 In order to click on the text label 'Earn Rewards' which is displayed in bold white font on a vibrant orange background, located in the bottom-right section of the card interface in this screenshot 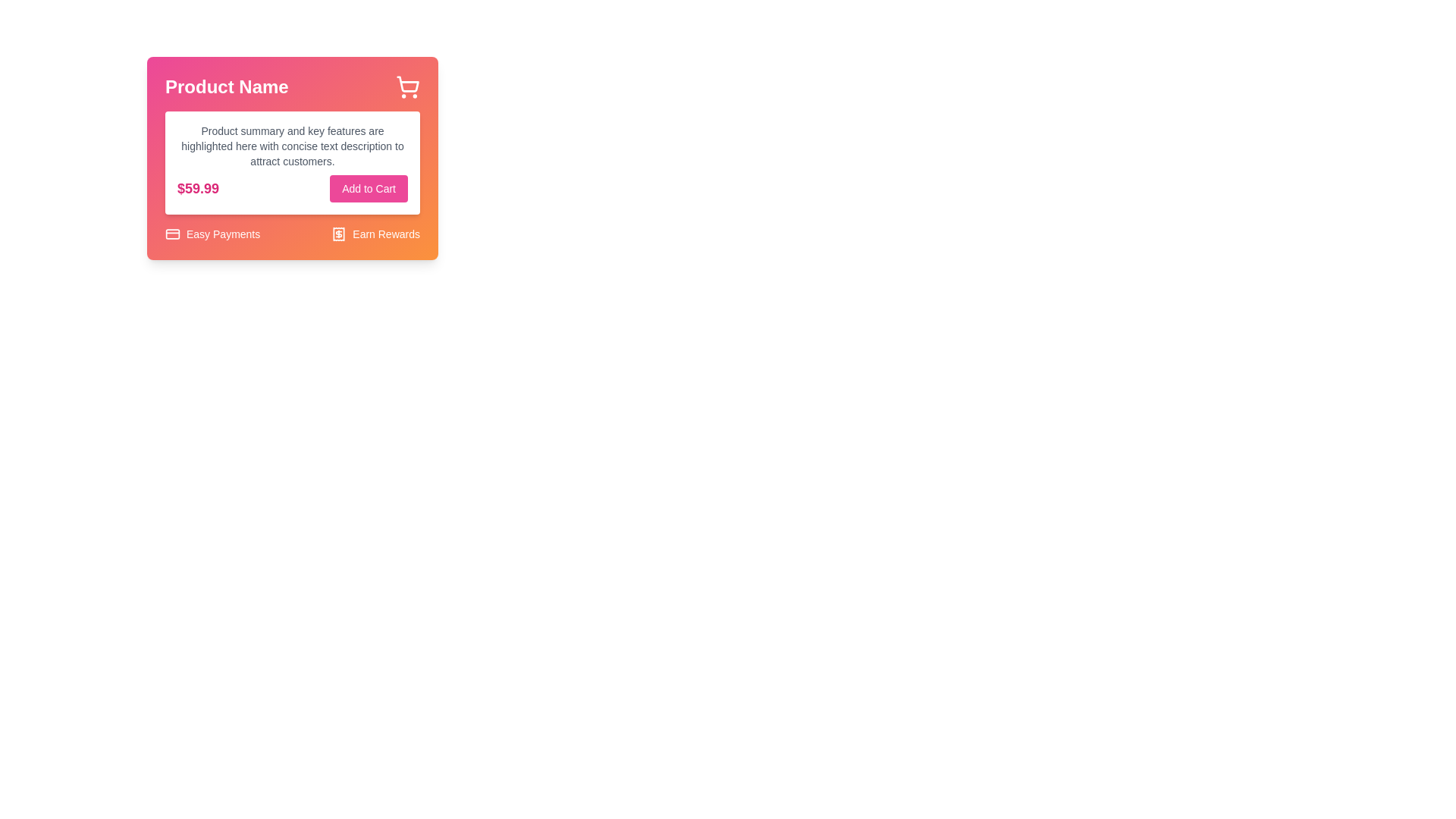, I will do `click(386, 234)`.